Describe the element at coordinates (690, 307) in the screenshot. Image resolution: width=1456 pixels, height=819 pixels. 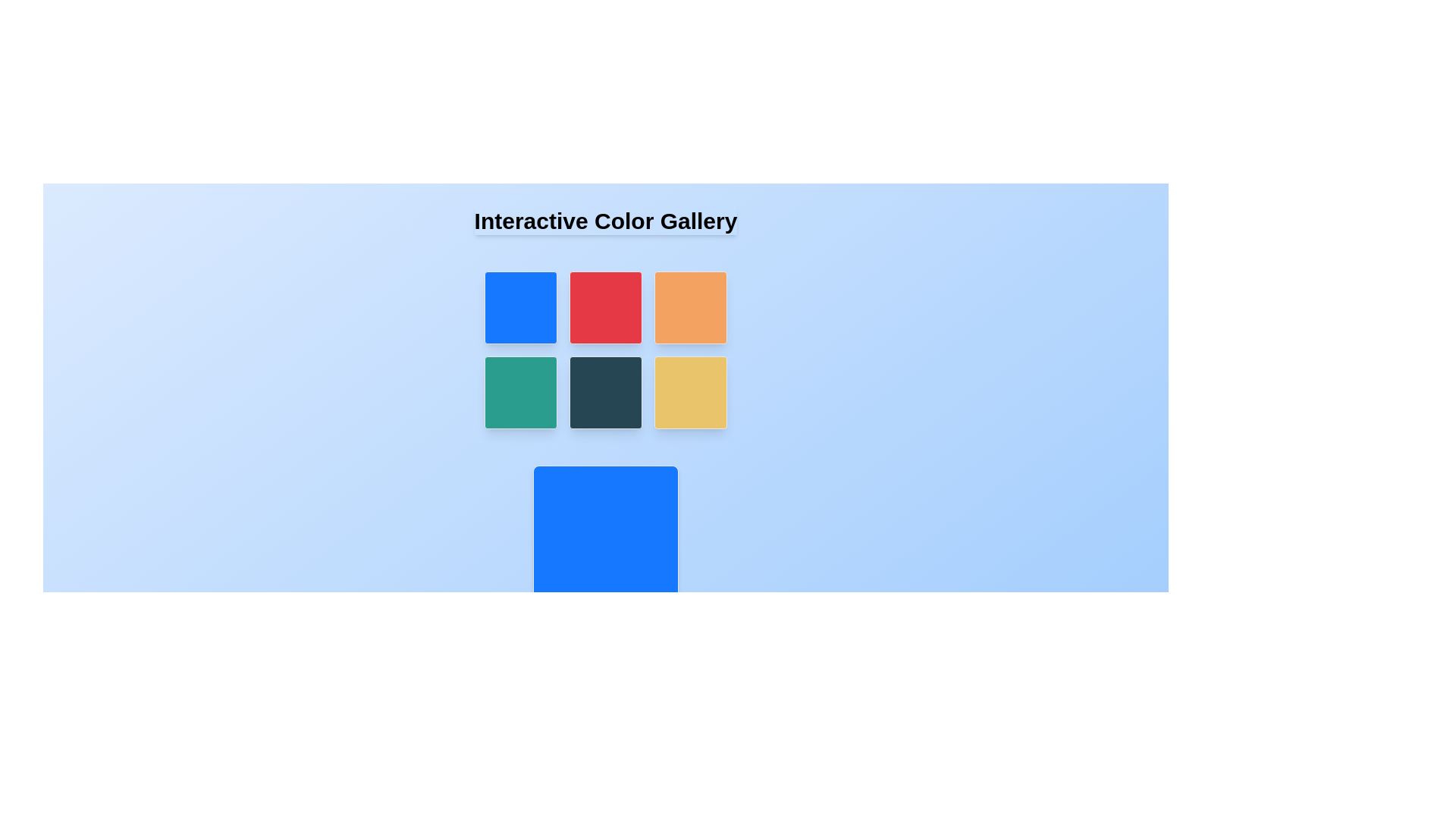
I see `the interactive square button with an orange background located in the top-right corner of the grid layout` at that location.